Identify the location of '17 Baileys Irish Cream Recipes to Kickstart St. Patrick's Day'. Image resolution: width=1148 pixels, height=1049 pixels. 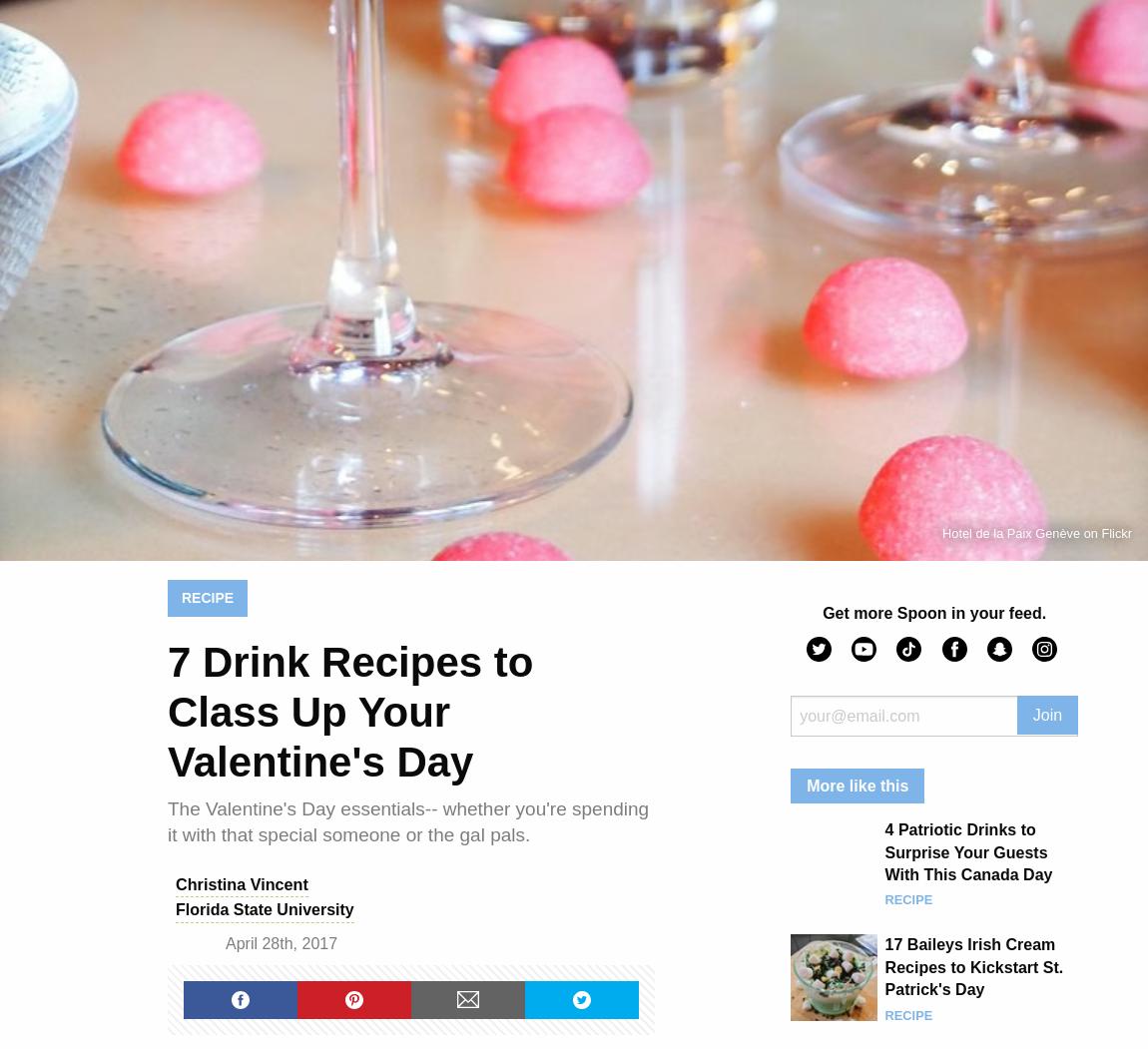
(883, 966).